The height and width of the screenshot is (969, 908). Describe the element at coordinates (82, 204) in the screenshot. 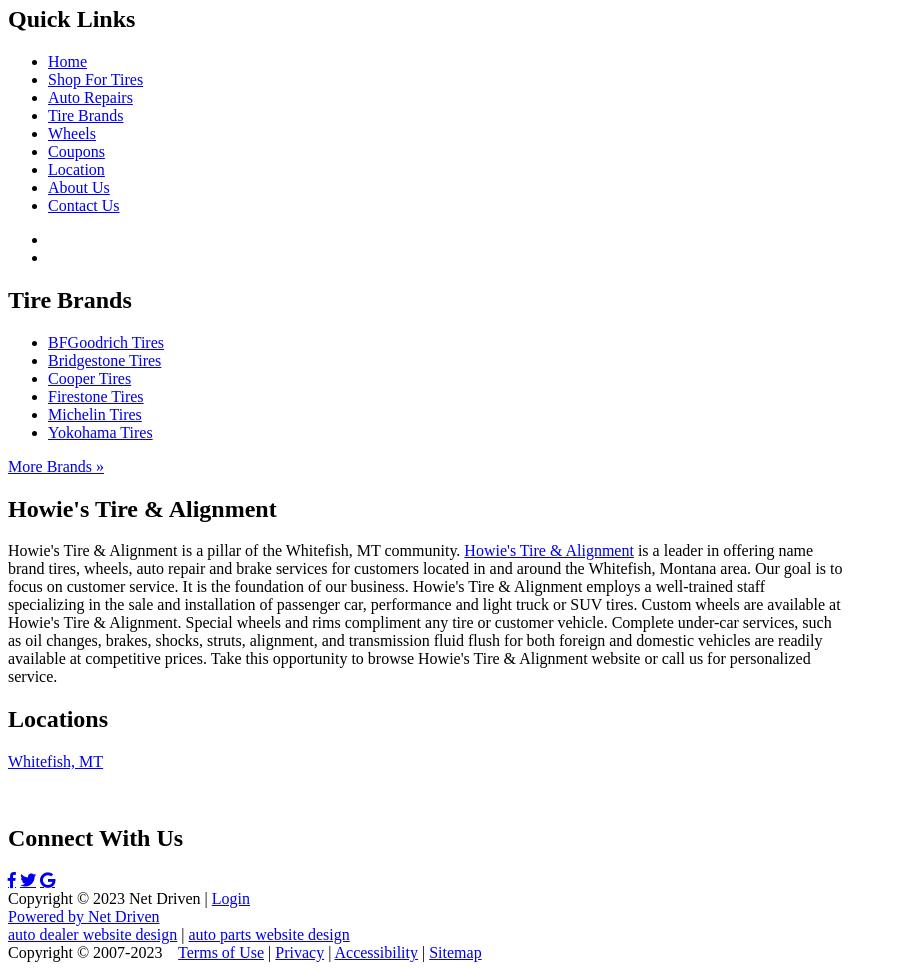

I see `'Contact Us'` at that location.